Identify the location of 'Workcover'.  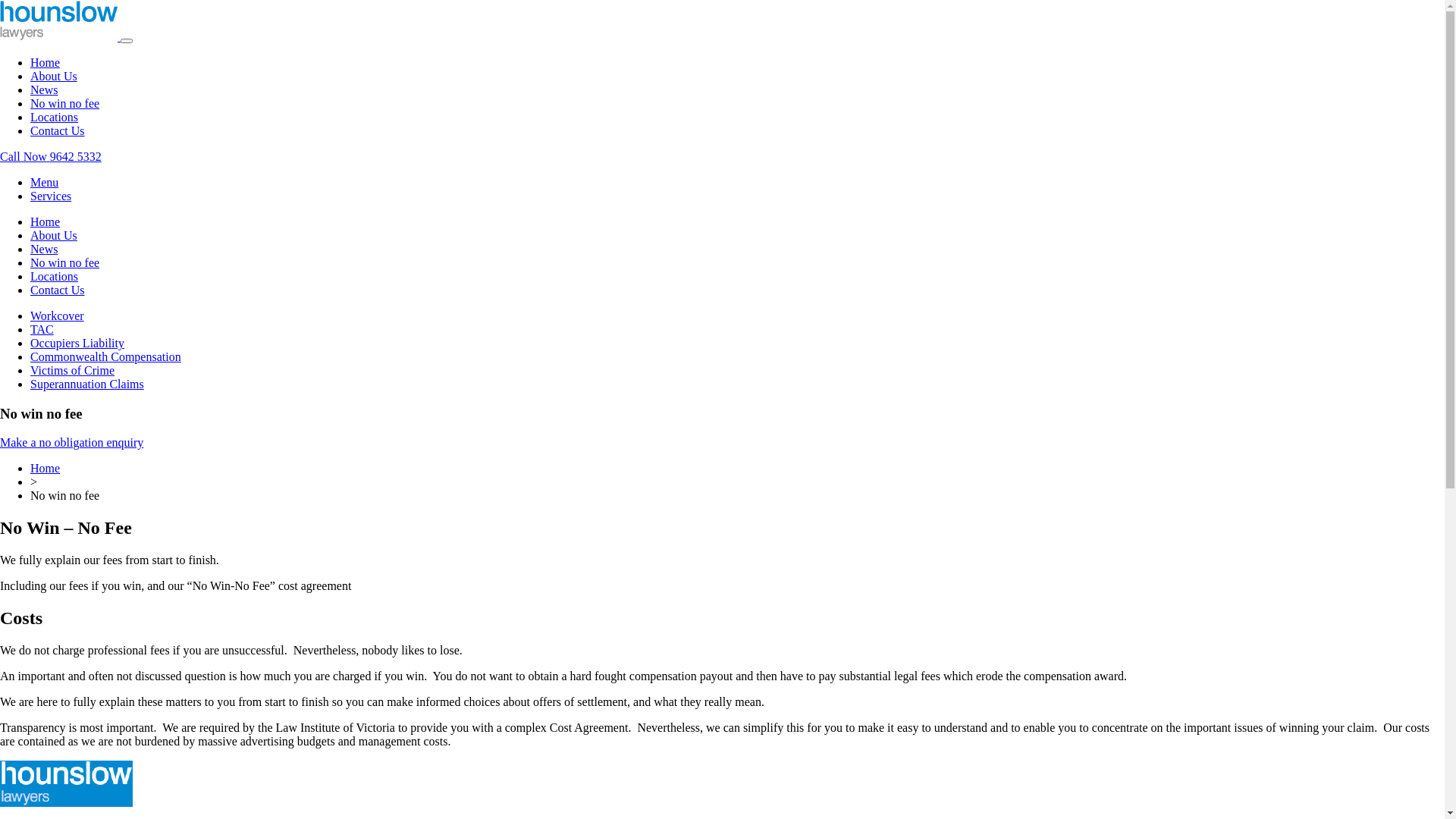
(57, 315).